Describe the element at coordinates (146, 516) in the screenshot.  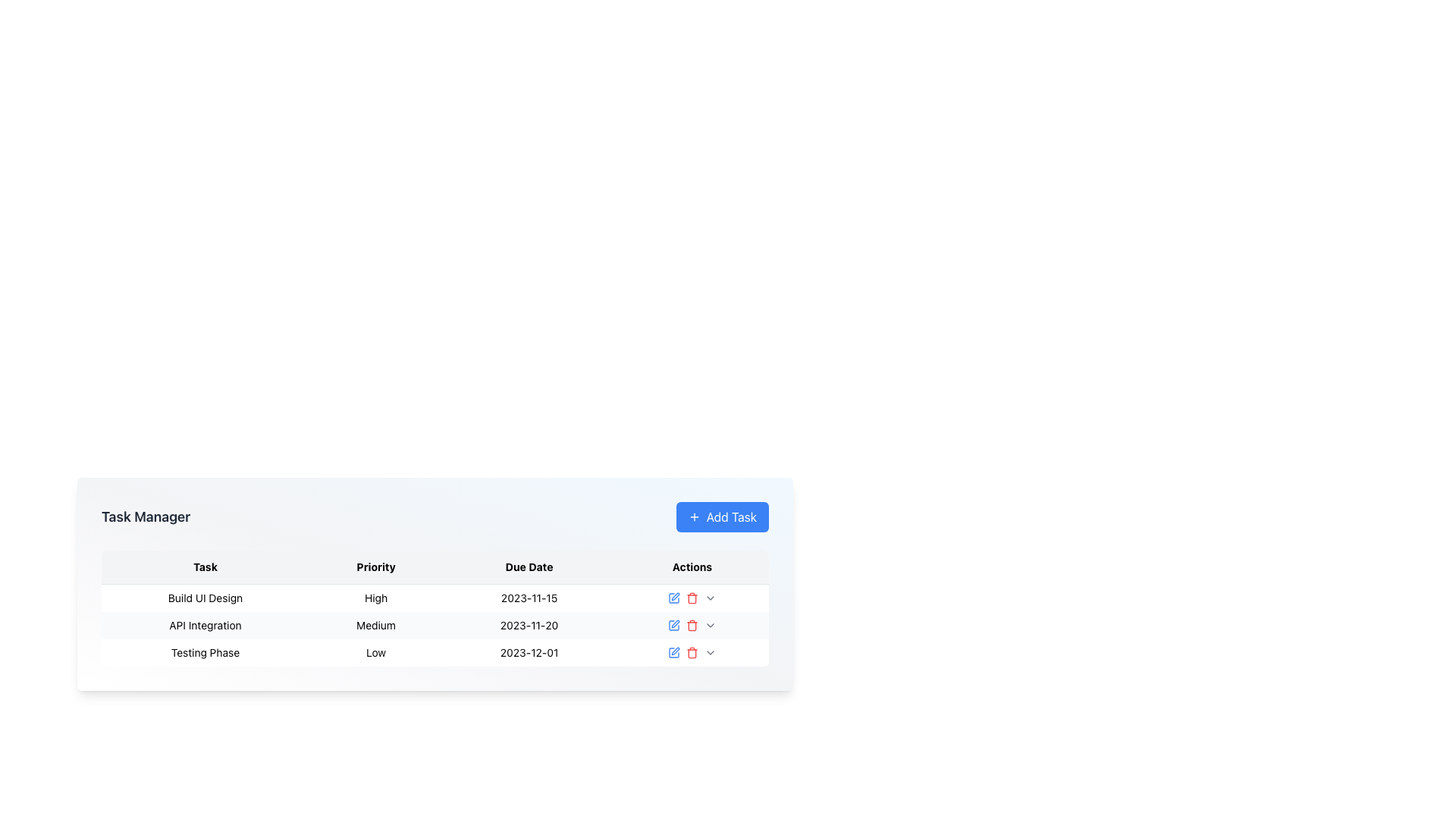
I see `the 'Task Manager' label, which is a bold textual label located in the upper-left section of the header bar above the task management table layout` at that location.